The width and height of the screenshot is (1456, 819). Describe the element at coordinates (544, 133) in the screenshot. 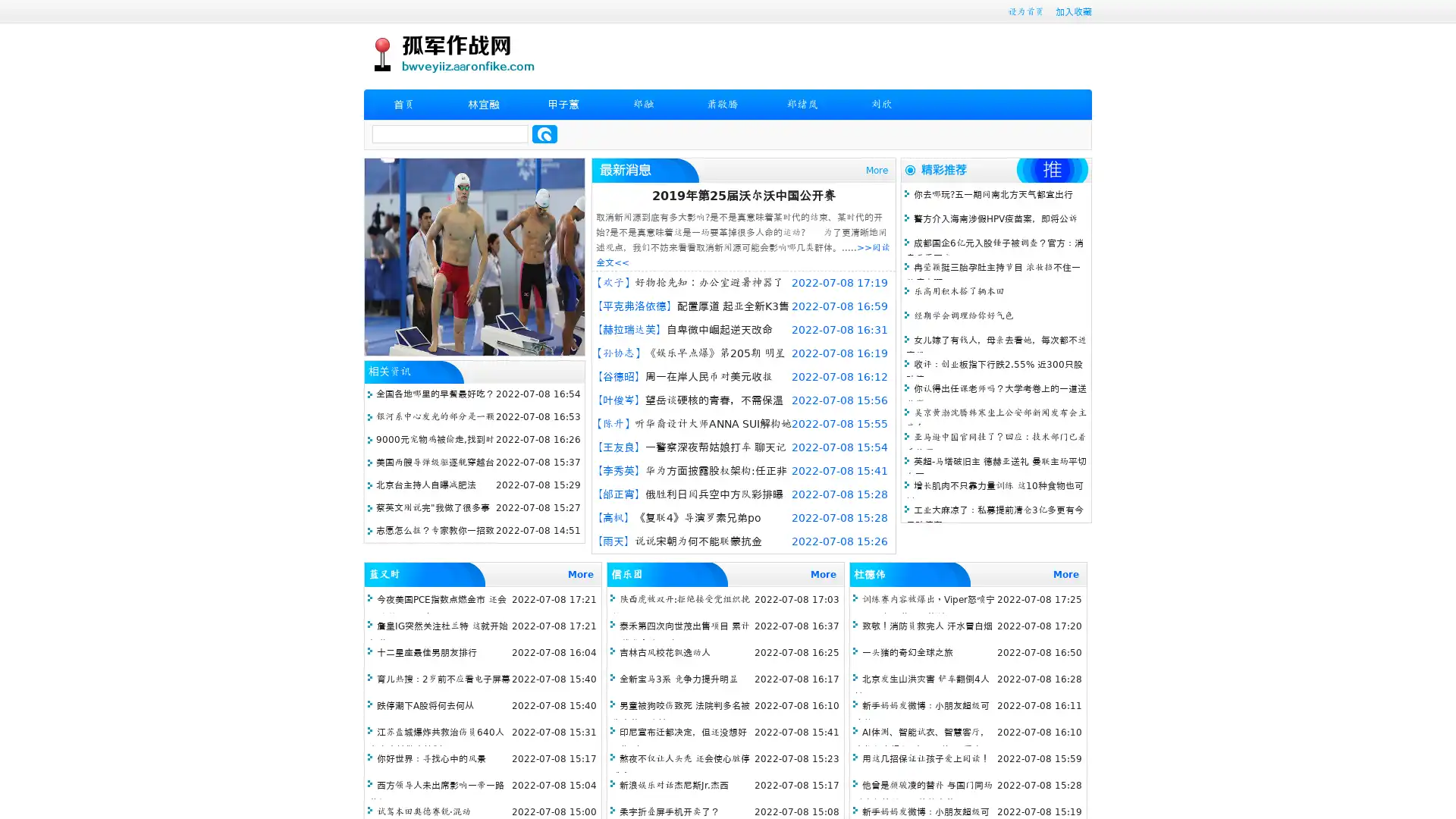

I see `Search` at that location.